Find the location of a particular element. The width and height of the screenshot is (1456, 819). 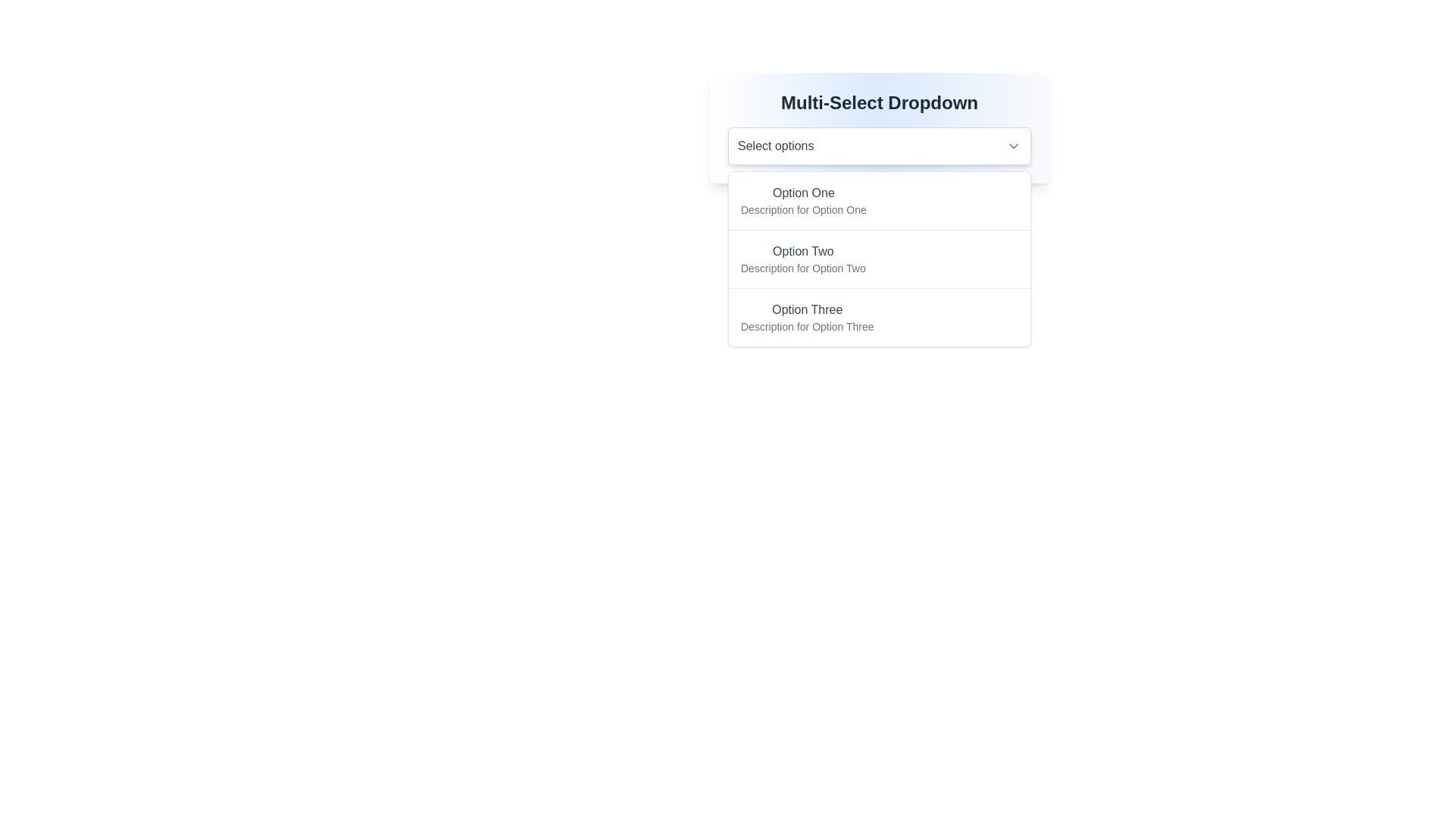

the small, dark chevron-down icon located at the far-right end of the 'Select options' dropdown header is located at coordinates (1014, 146).